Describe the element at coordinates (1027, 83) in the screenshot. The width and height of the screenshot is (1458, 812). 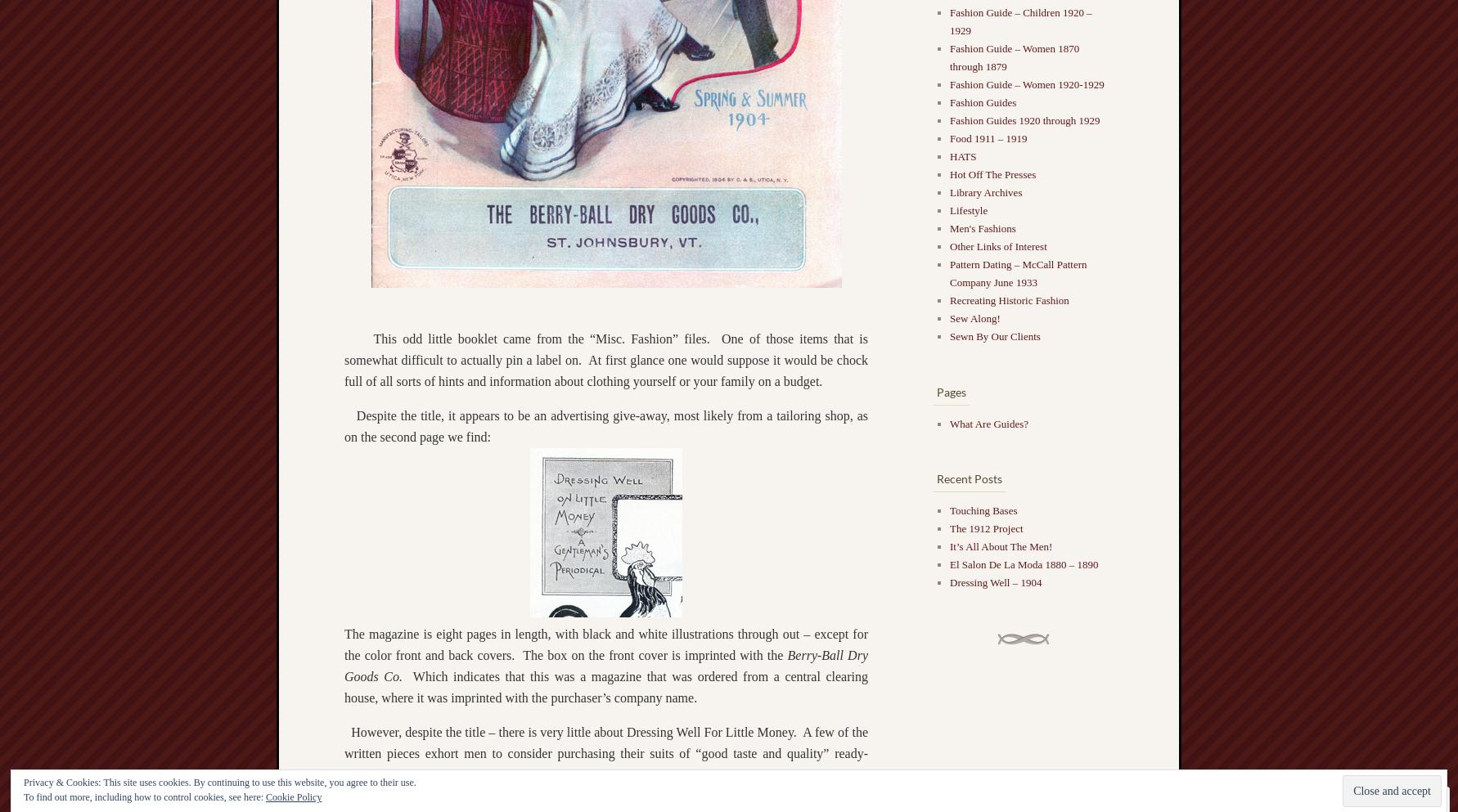
I see `'Fashion Guide – Women 1920-1929'` at that location.